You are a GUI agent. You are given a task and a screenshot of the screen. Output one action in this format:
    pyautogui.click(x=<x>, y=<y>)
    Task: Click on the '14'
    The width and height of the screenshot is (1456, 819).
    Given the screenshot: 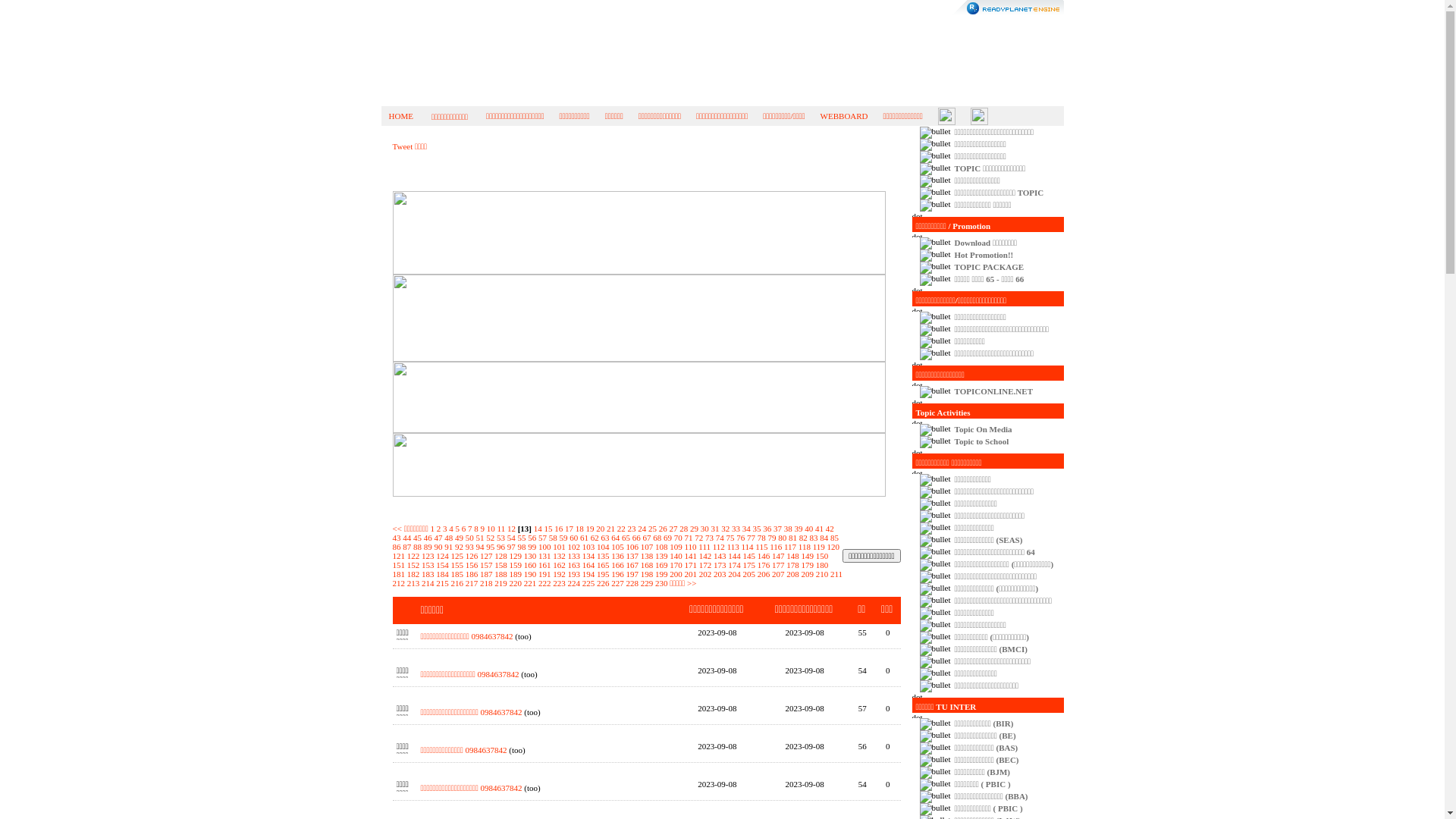 What is the action you would take?
    pyautogui.click(x=538, y=528)
    